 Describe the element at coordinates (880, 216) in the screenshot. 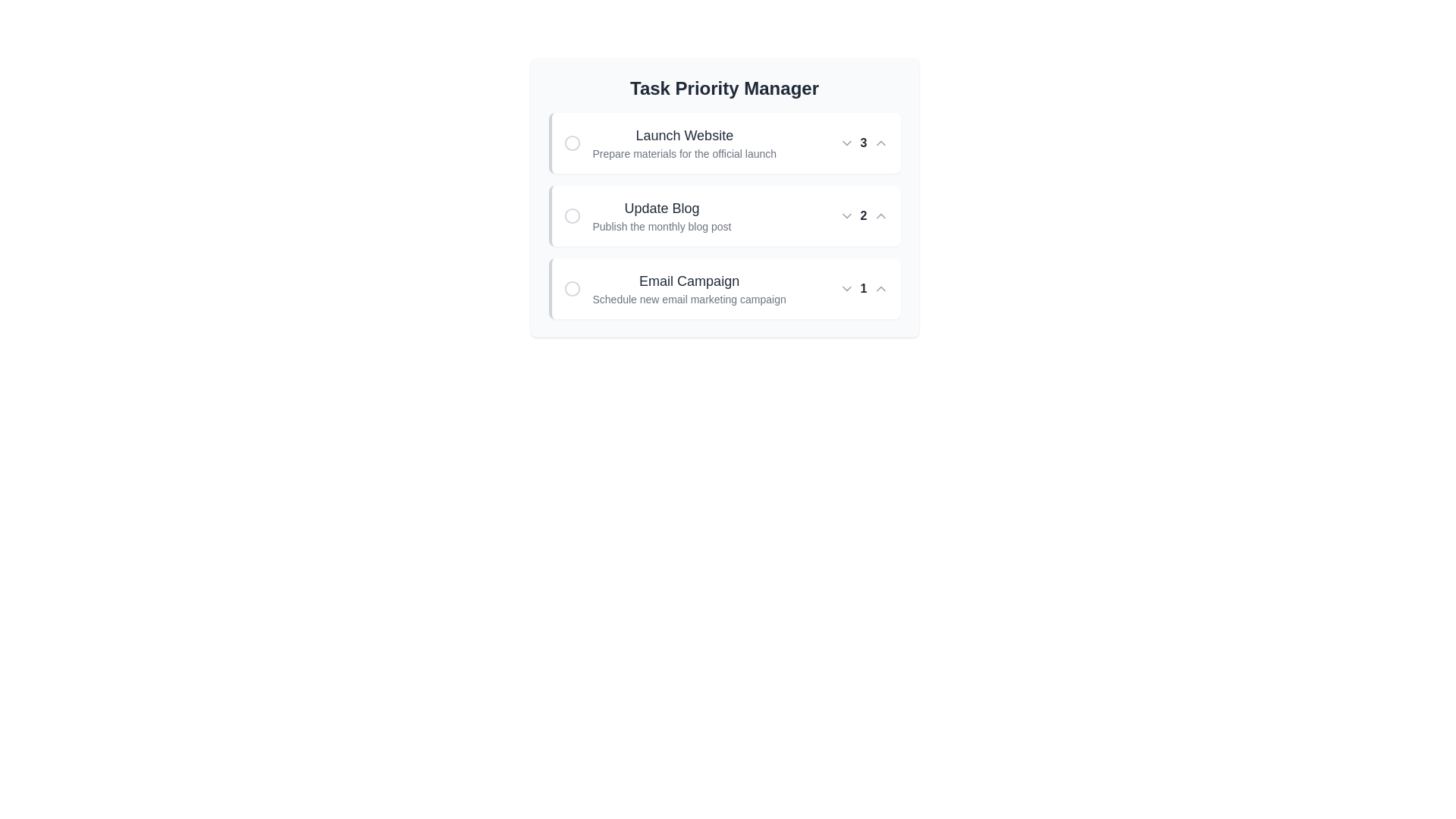

I see `the small upward-facing chevron icon button located in the 'Update Blog' task, which changes to a darker shade when hovered over` at that location.